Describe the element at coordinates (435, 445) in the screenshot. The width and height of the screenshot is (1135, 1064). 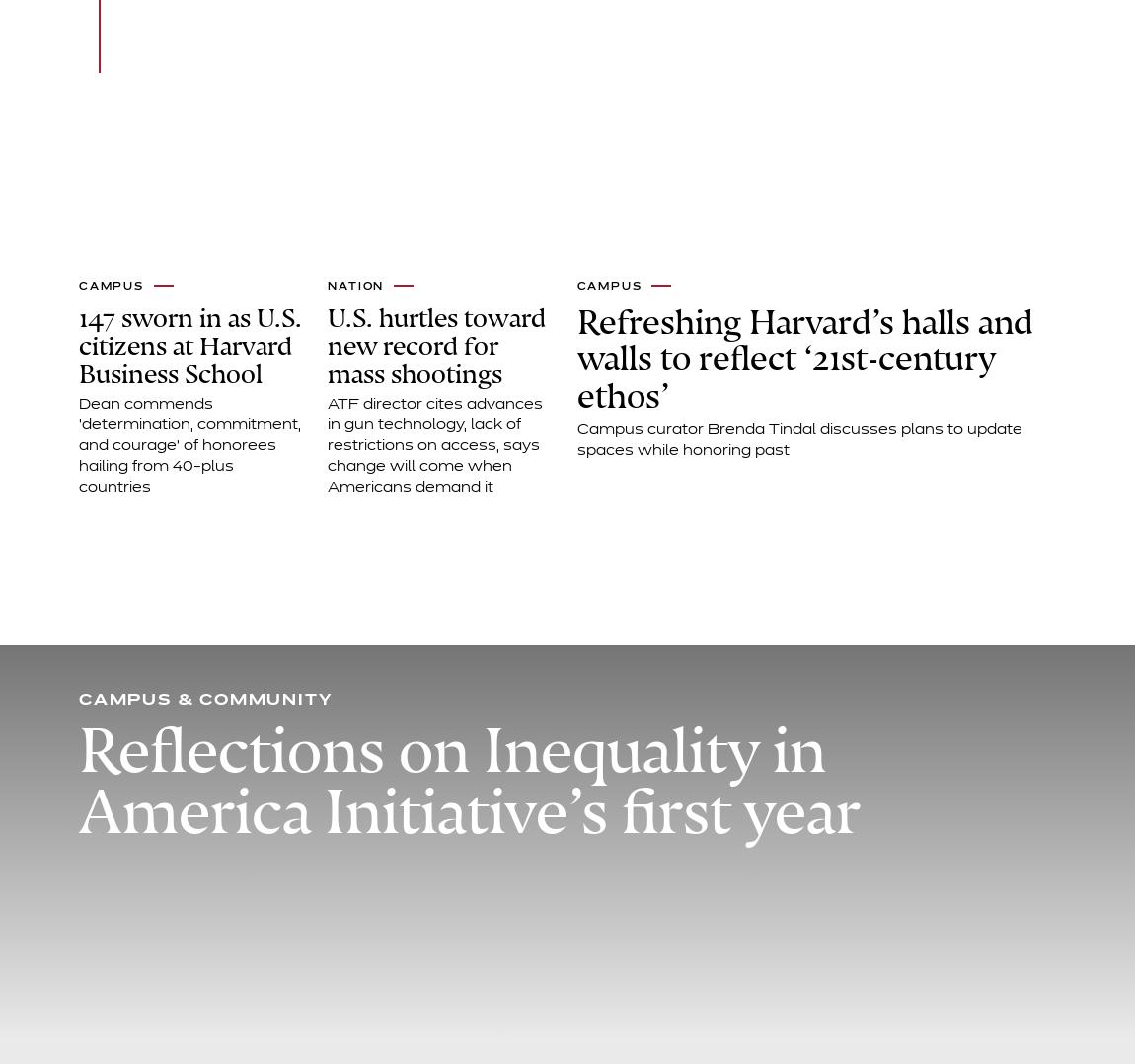
I see `'ATF director cites advances in gun technology, lack of restrictions on access, says change will come when Americans demand it'` at that location.